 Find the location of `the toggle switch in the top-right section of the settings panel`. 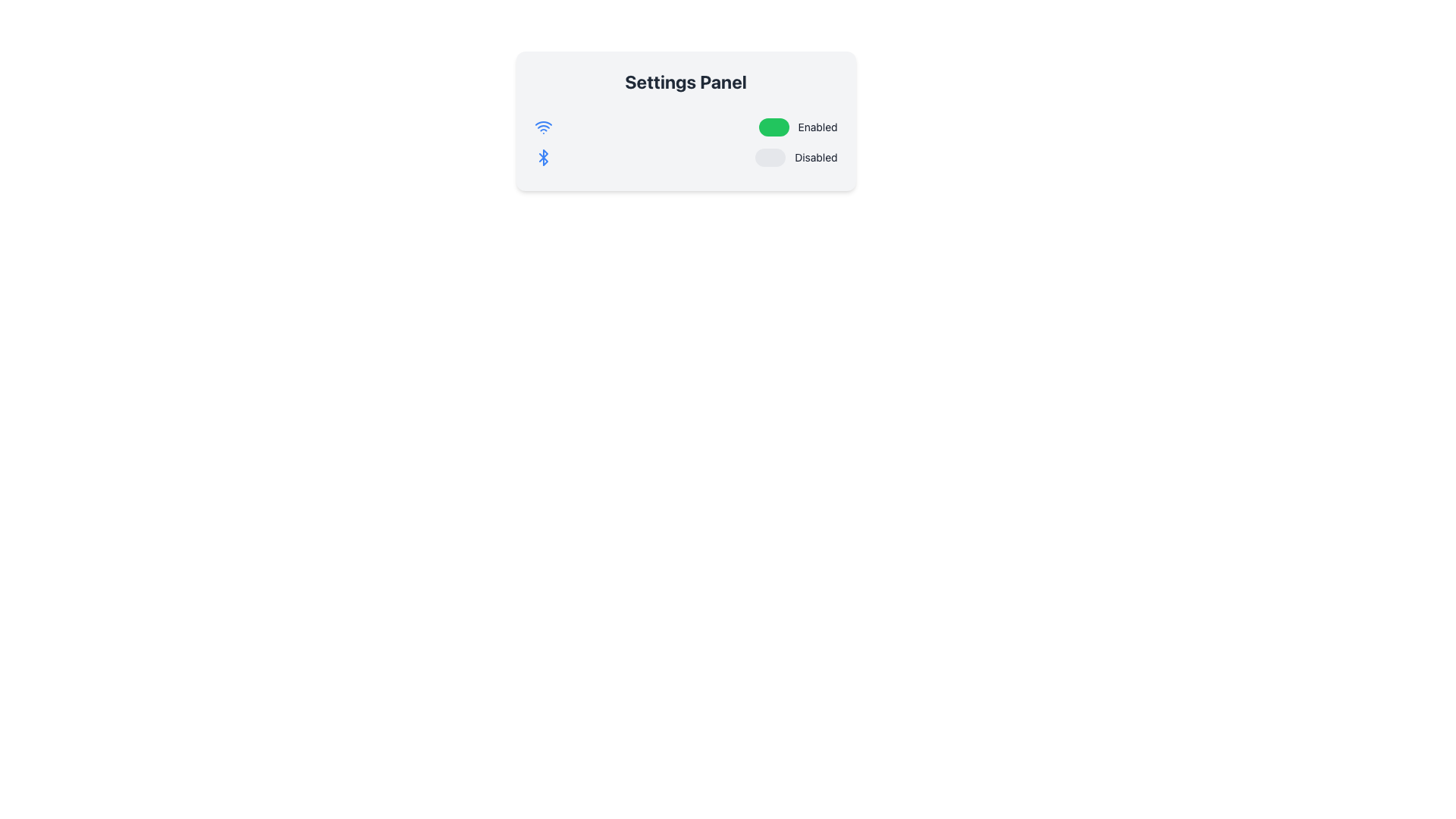

the toggle switch in the top-right section of the settings panel is located at coordinates (797, 127).